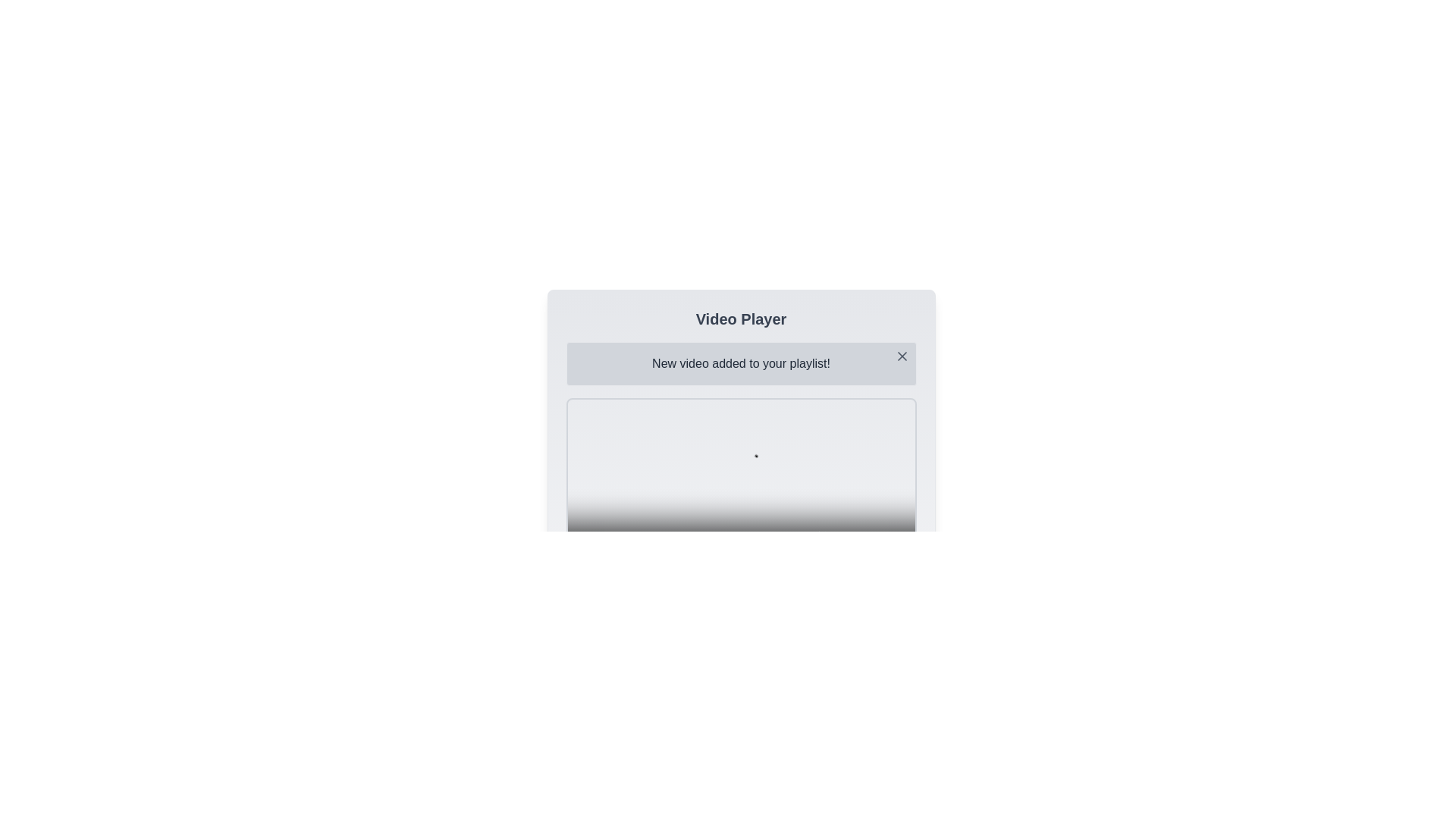 This screenshot has width=1456, height=819. What do you see at coordinates (741, 486) in the screenshot?
I see `the video player placeholder that displays the message 'Your browser does not support the video tag.' with a light gray rounded rectangular border` at bounding box center [741, 486].